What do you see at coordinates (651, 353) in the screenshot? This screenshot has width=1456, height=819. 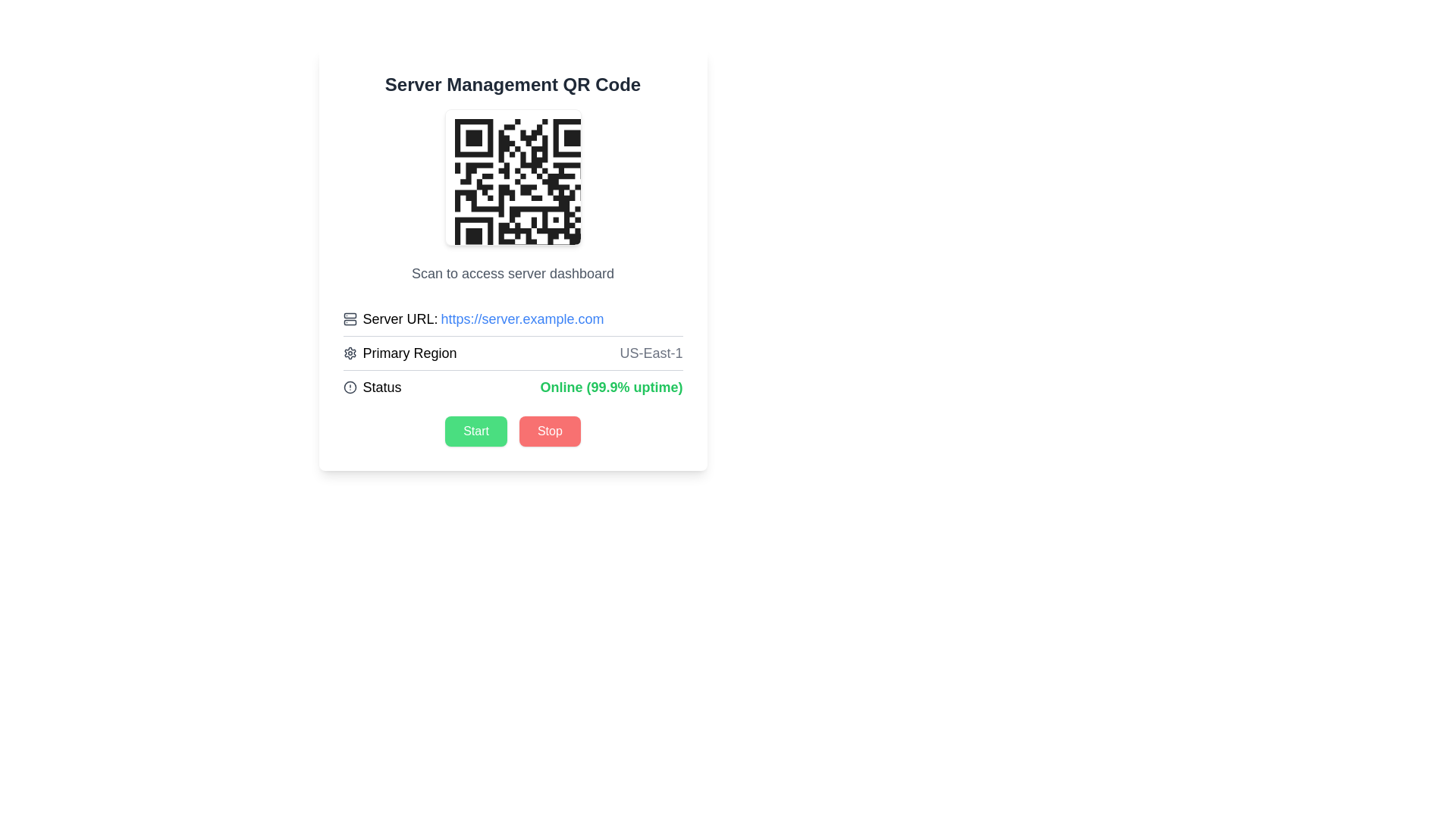 I see `the static text UI component displaying 'US-East-1', which is located at the right end of the row next to 'Primary Region'` at bounding box center [651, 353].